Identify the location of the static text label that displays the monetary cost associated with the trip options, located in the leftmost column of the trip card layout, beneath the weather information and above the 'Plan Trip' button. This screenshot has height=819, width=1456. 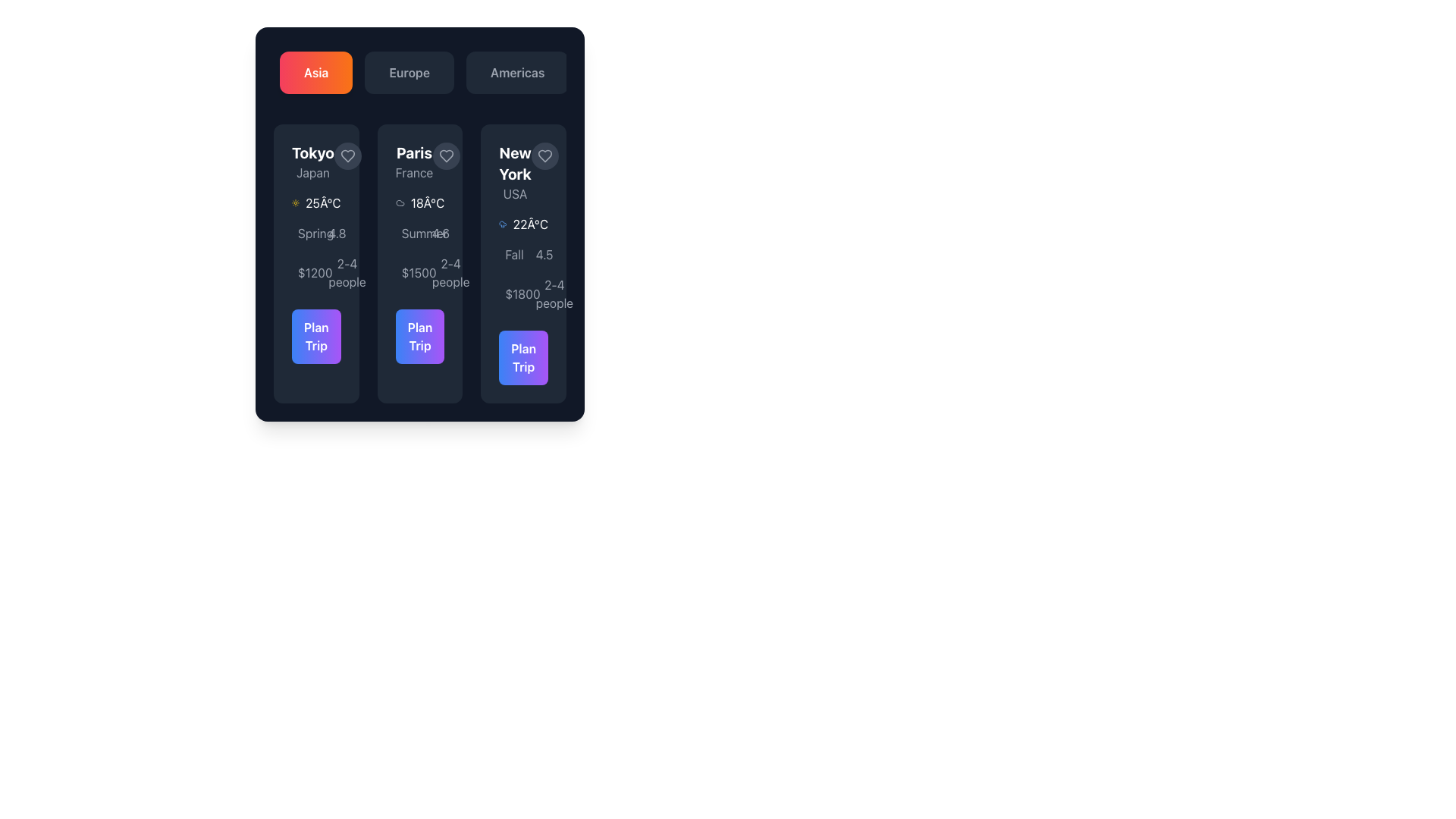
(314, 271).